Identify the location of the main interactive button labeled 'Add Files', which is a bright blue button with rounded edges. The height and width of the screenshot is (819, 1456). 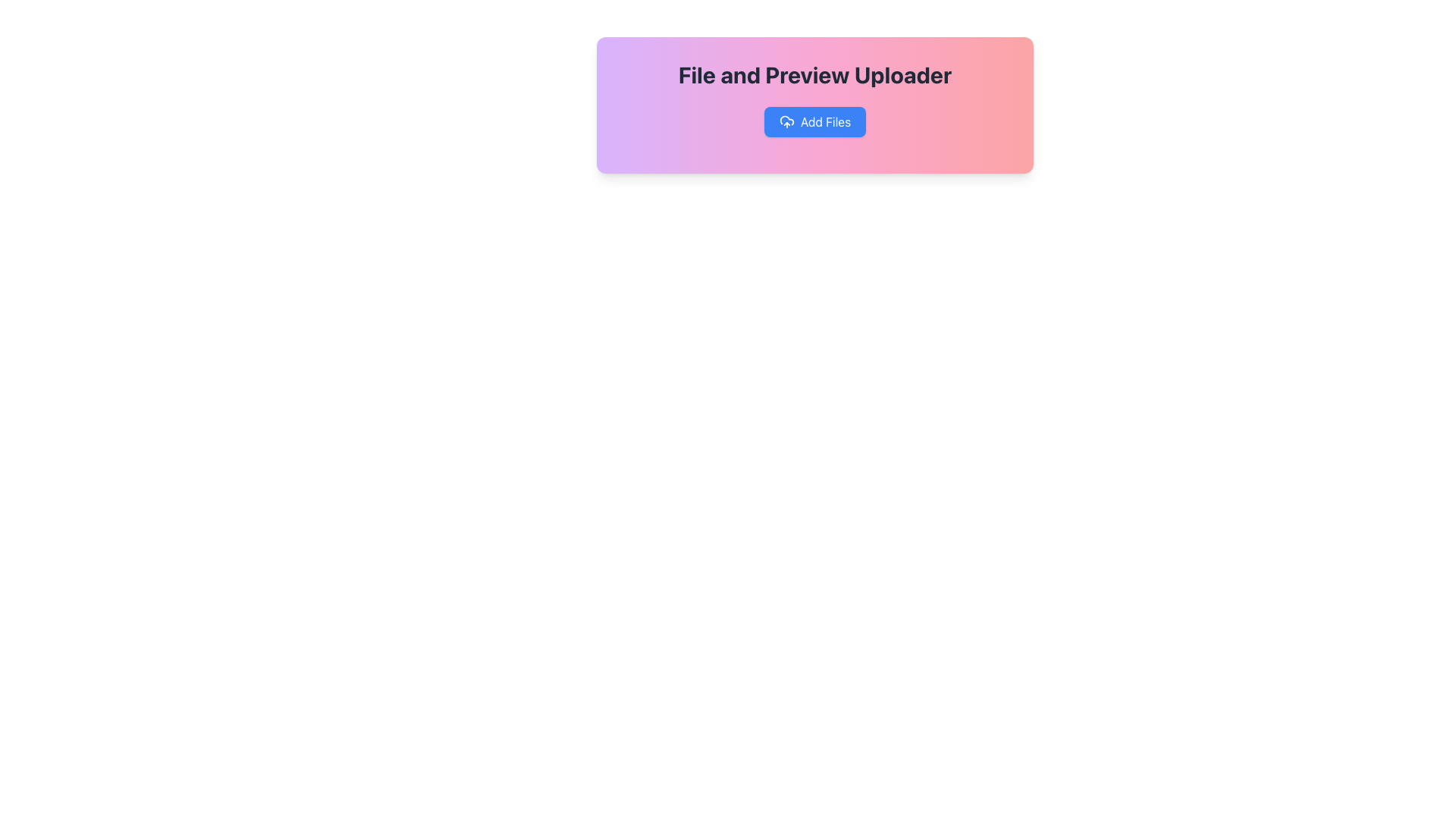
(814, 121).